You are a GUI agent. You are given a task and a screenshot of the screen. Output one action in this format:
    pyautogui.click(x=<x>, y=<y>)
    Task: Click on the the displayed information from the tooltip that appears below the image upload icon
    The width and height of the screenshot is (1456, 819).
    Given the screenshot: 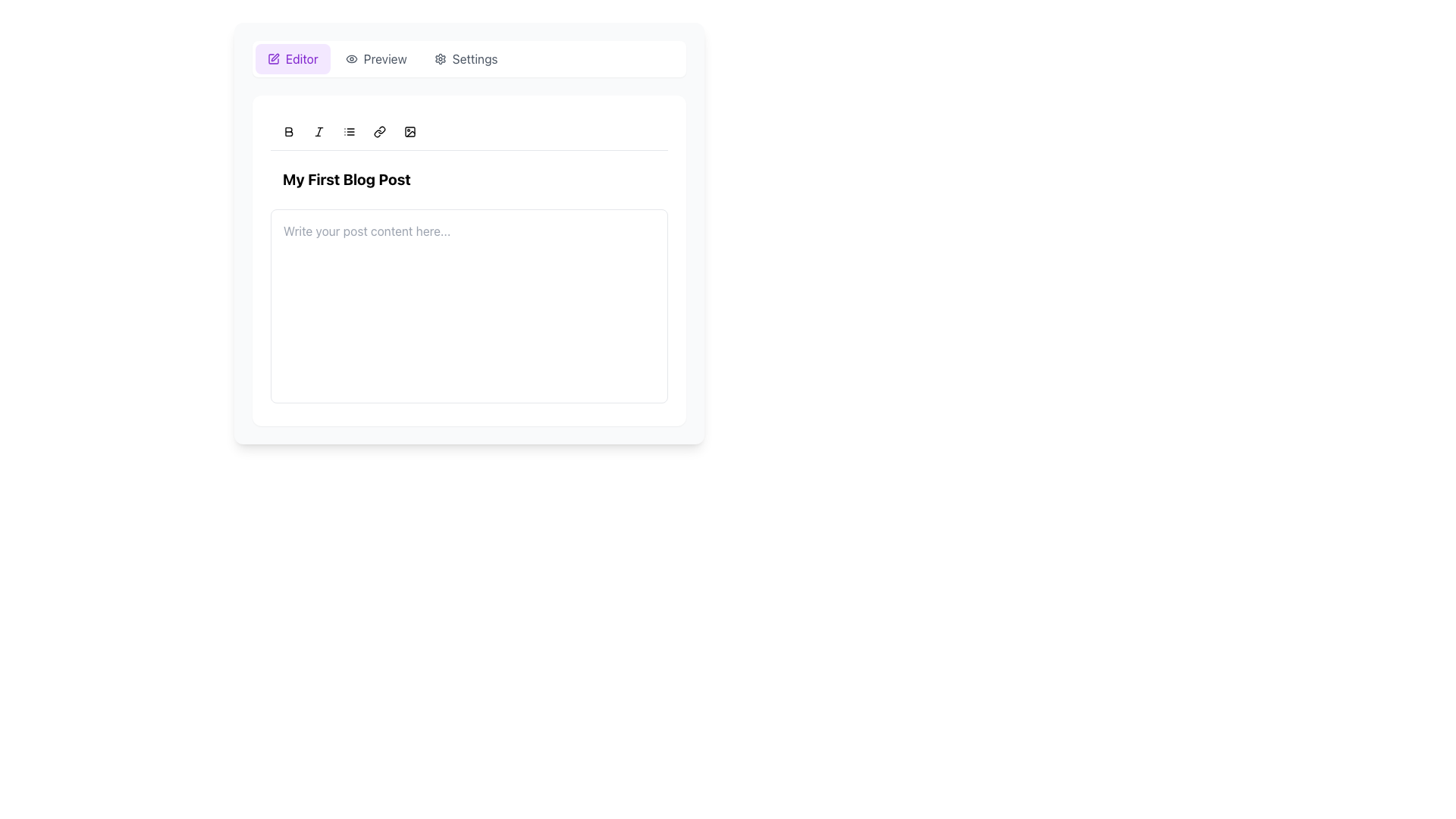 What is the action you would take?
    pyautogui.click(x=417, y=122)
    